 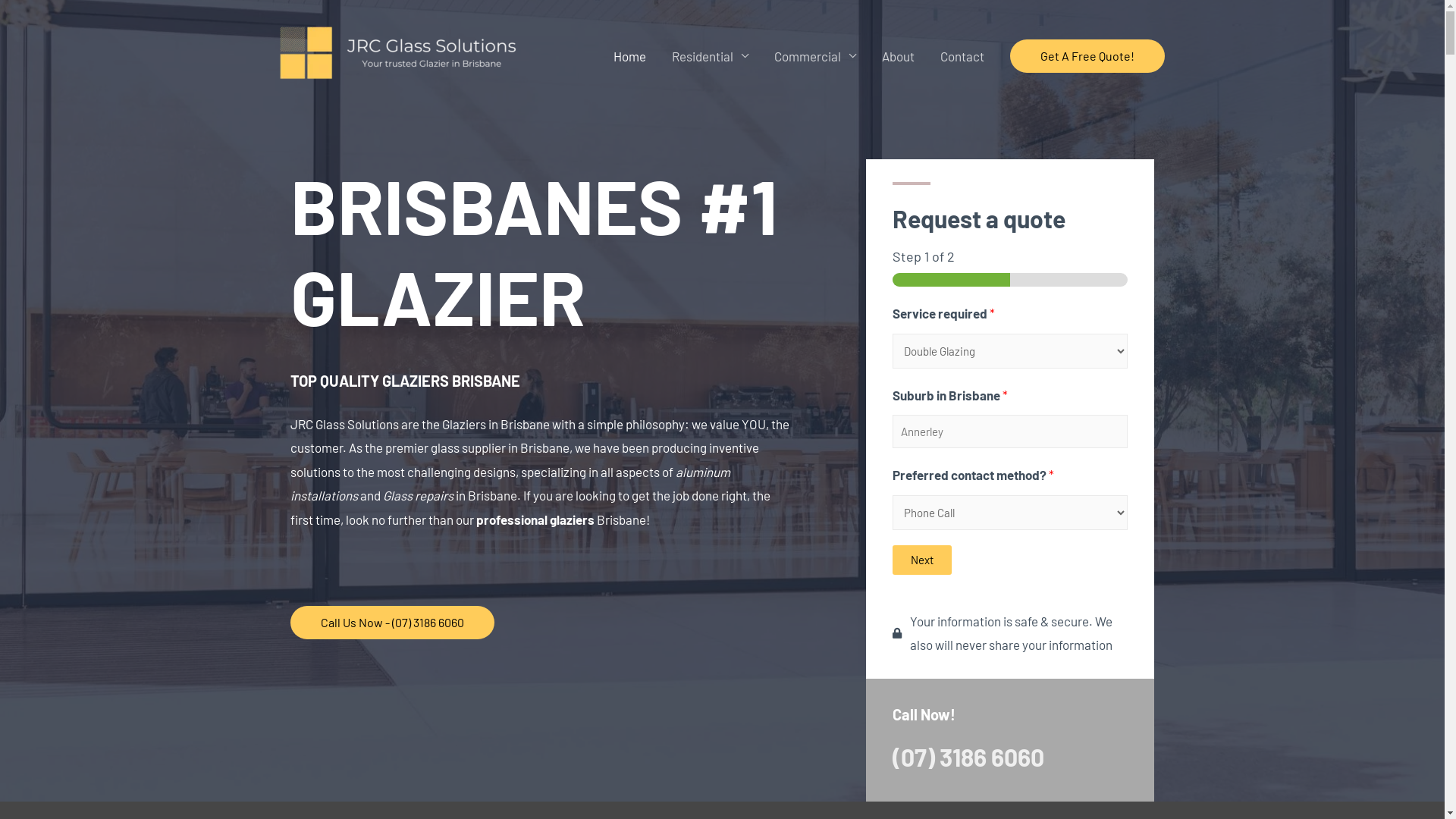 I want to click on 'Get A Free Quote!', so click(x=1009, y=55).